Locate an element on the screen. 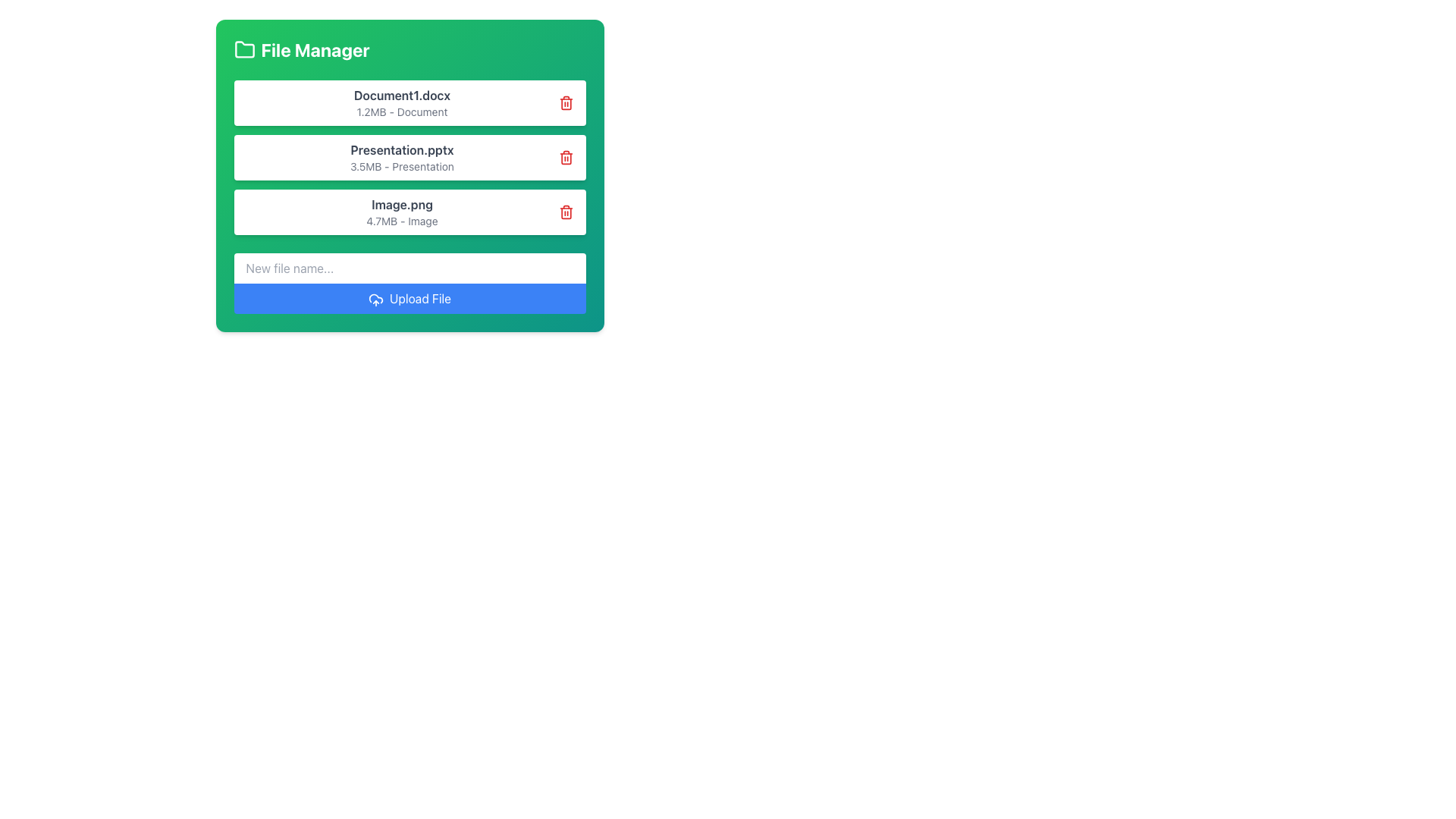 The image size is (1456, 819). the file list item representing 'Image.png' in the file management interface, which includes a delete option via a red trash can icon is located at coordinates (409, 212).